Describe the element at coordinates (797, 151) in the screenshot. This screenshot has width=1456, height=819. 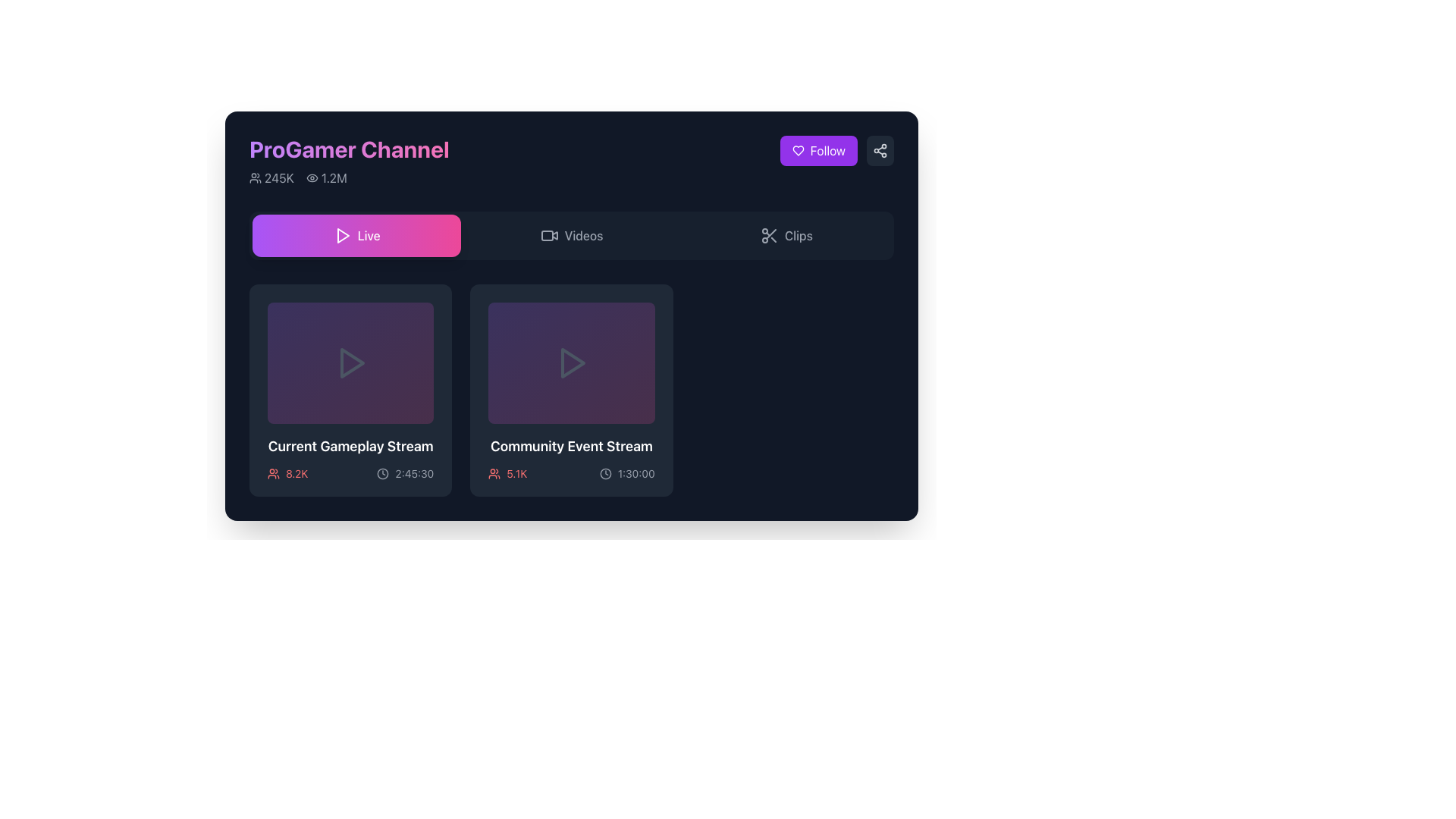
I see `the heart-shaped vector graphic icon filled with a purple gradient located within the 'Follow' button at the top-right corner of the interface` at that location.